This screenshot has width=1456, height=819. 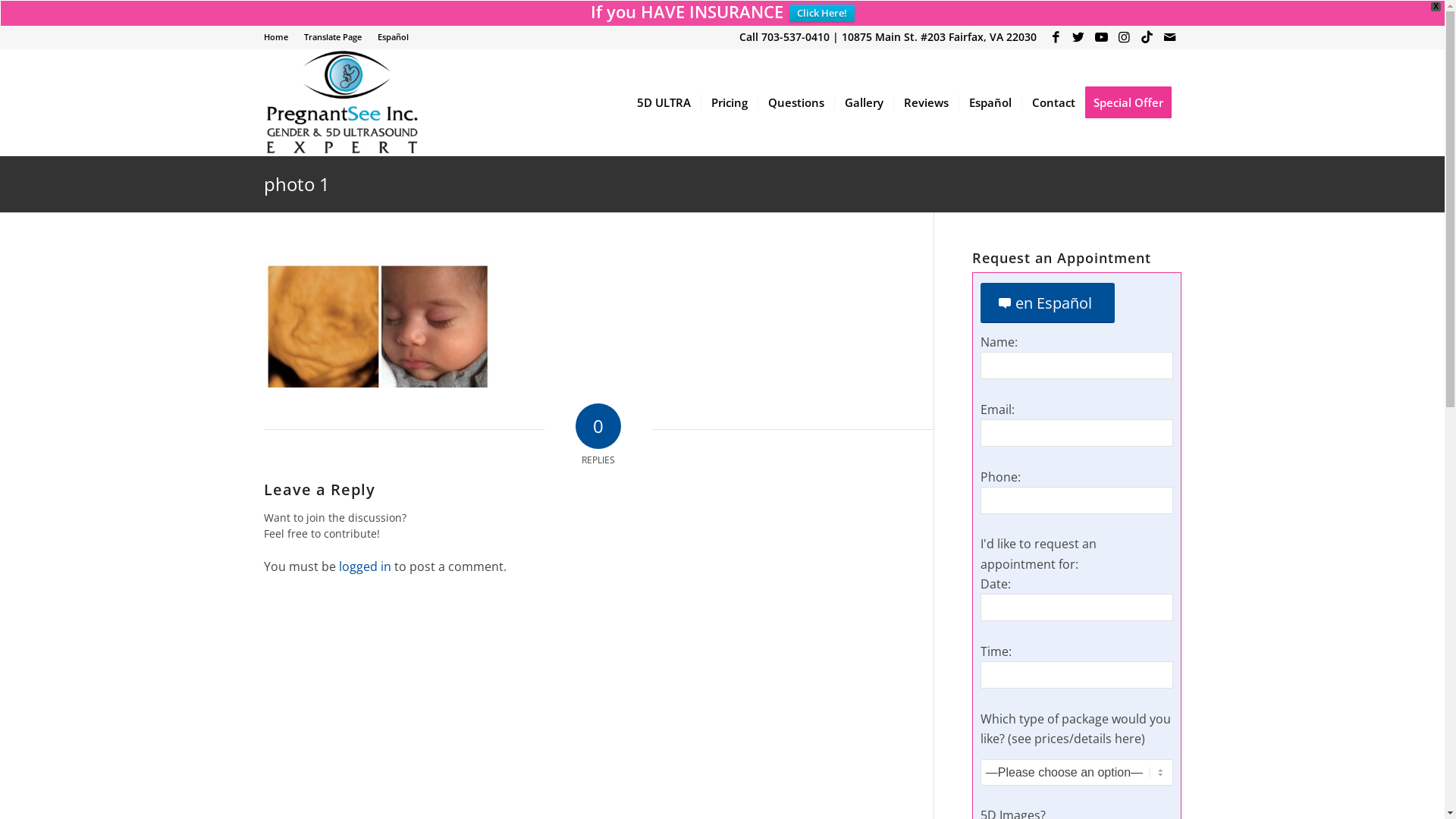 What do you see at coordinates (783, 36) in the screenshot?
I see `'Call 703-537-0410'` at bounding box center [783, 36].